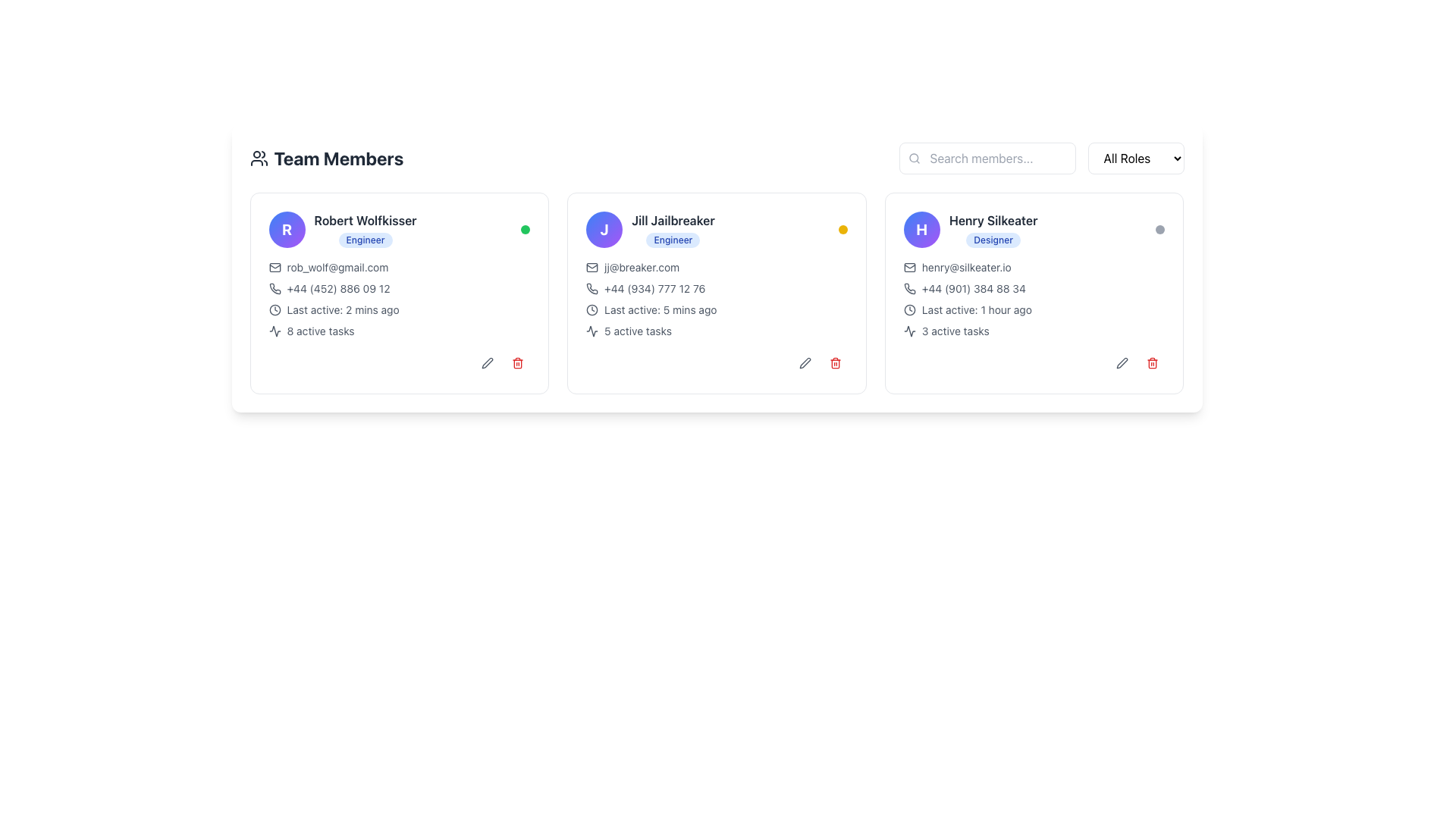 This screenshot has height=819, width=1456. What do you see at coordinates (993, 230) in the screenshot?
I see `the text label group displaying 'Henry Silkeater' and 'Designer' in the rightmost card layout` at bounding box center [993, 230].